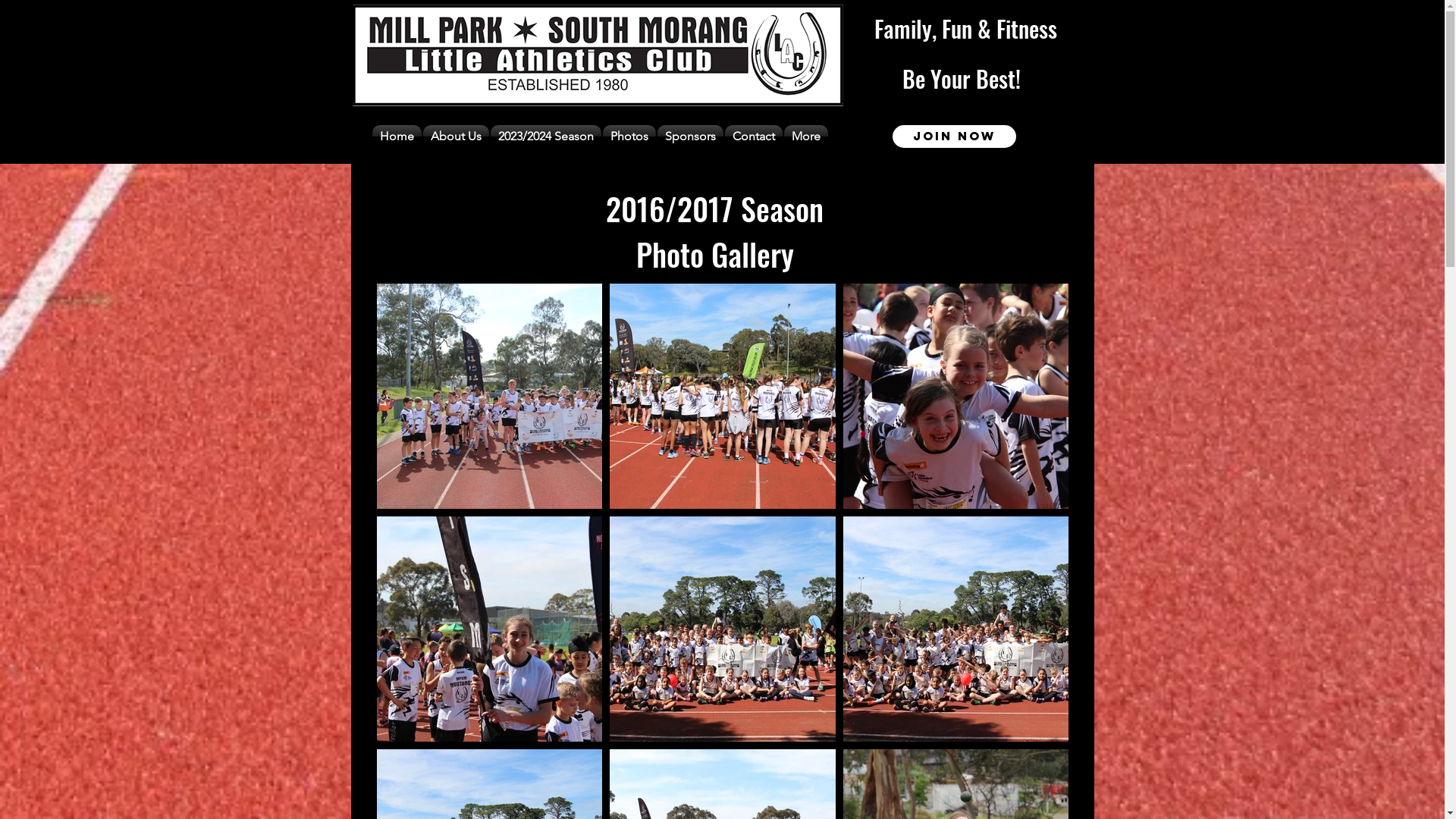 This screenshot has height=819, width=1456. I want to click on '2023/2024 Season', so click(546, 136).